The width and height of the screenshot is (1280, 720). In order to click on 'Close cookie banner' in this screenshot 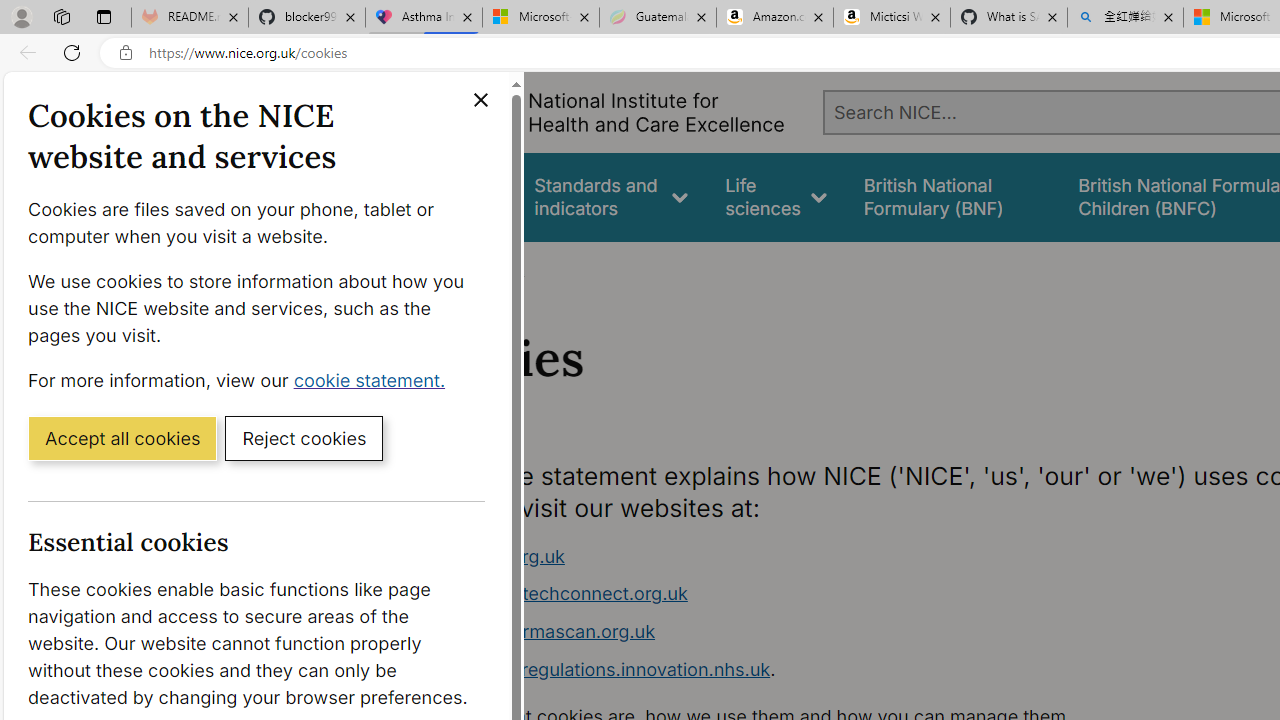, I will do `click(480, 100)`.